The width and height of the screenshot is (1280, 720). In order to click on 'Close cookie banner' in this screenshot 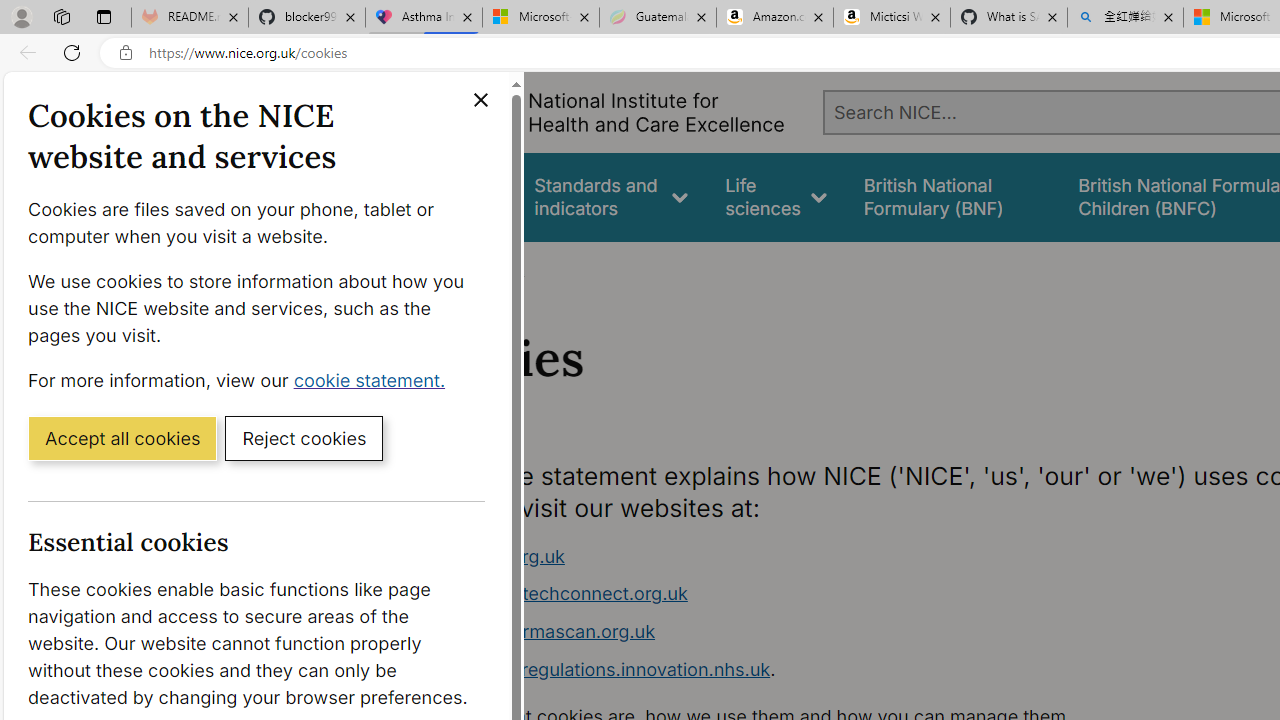, I will do `click(480, 100)`.